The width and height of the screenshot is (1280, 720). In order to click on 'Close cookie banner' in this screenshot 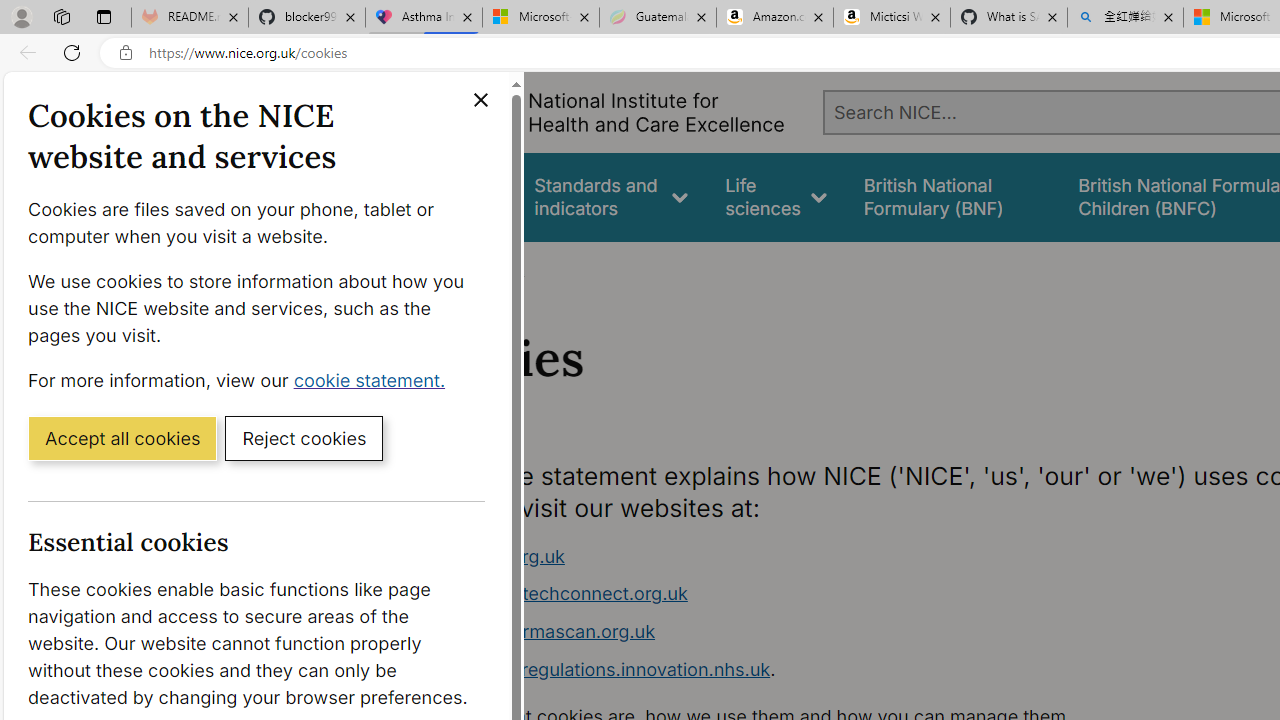, I will do `click(480, 100)`.